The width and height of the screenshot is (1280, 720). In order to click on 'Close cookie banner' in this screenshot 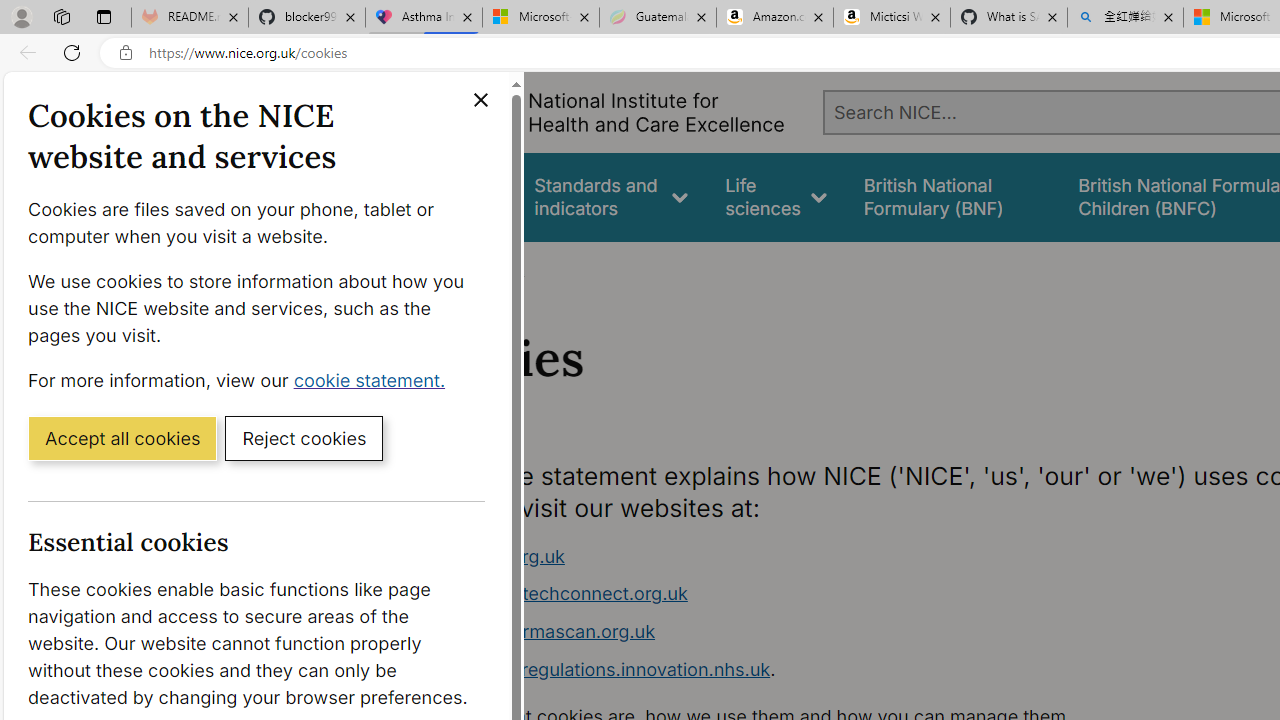, I will do `click(480, 100)`.